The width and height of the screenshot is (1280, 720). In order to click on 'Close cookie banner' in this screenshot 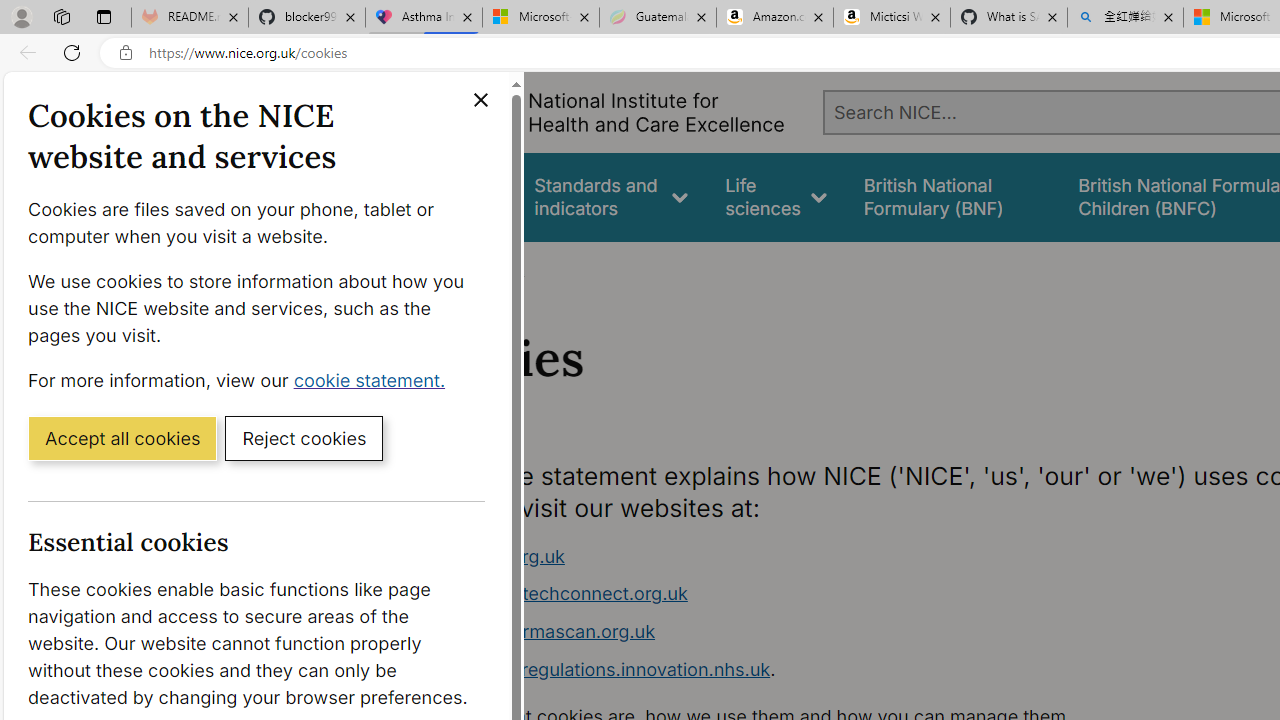, I will do `click(480, 100)`.